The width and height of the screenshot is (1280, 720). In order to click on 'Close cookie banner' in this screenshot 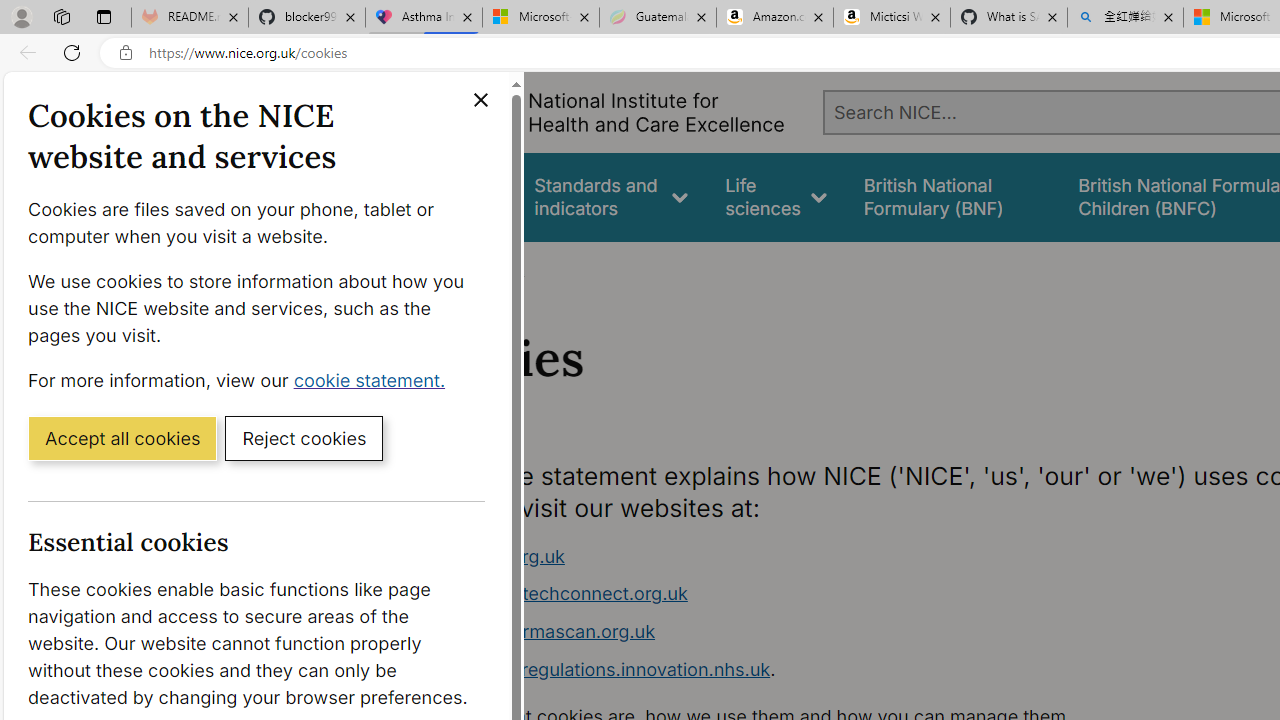, I will do `click(480, 100)`.